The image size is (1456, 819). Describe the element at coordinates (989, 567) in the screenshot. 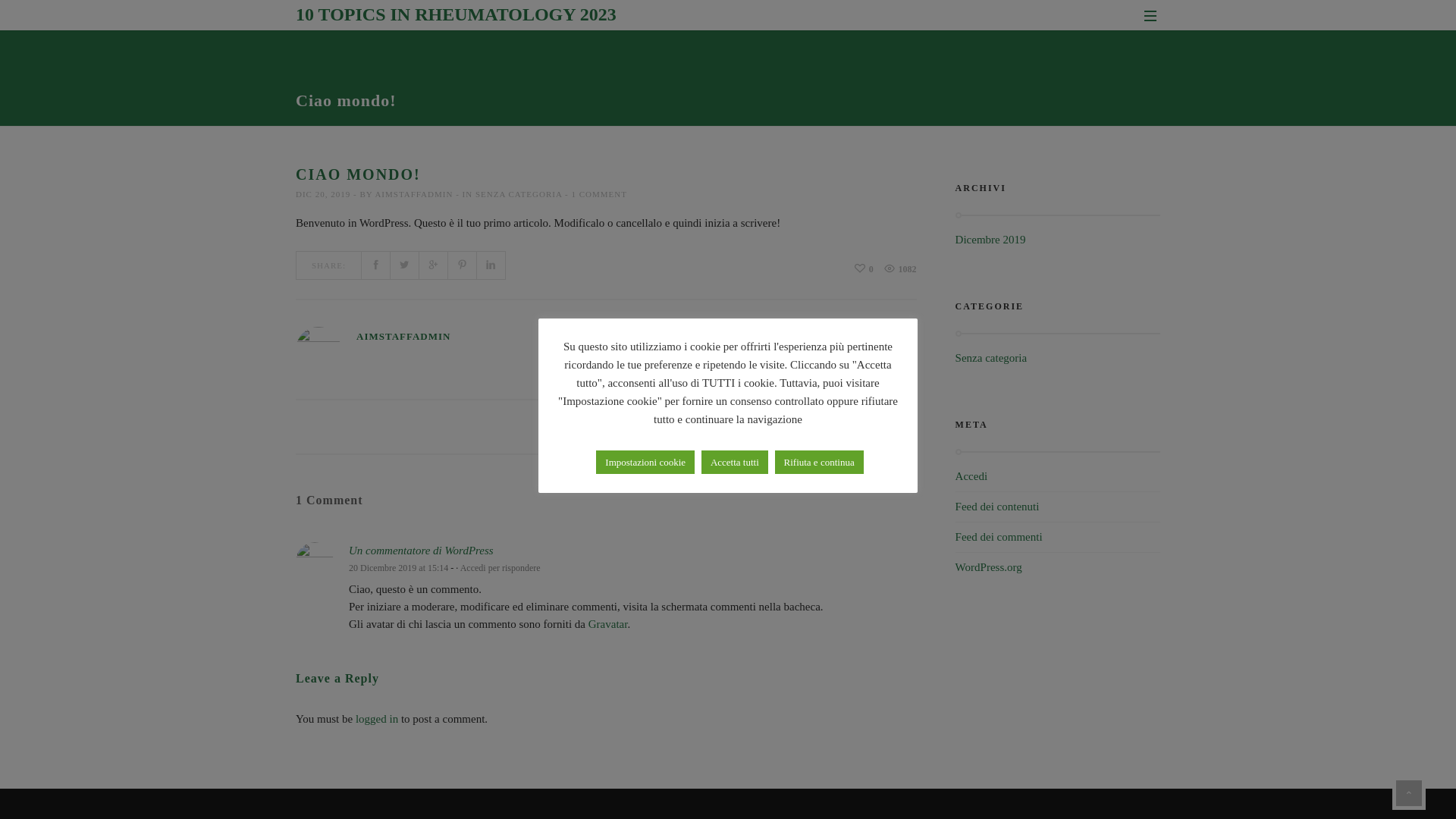

I see `'WordPress.org'` at that location.